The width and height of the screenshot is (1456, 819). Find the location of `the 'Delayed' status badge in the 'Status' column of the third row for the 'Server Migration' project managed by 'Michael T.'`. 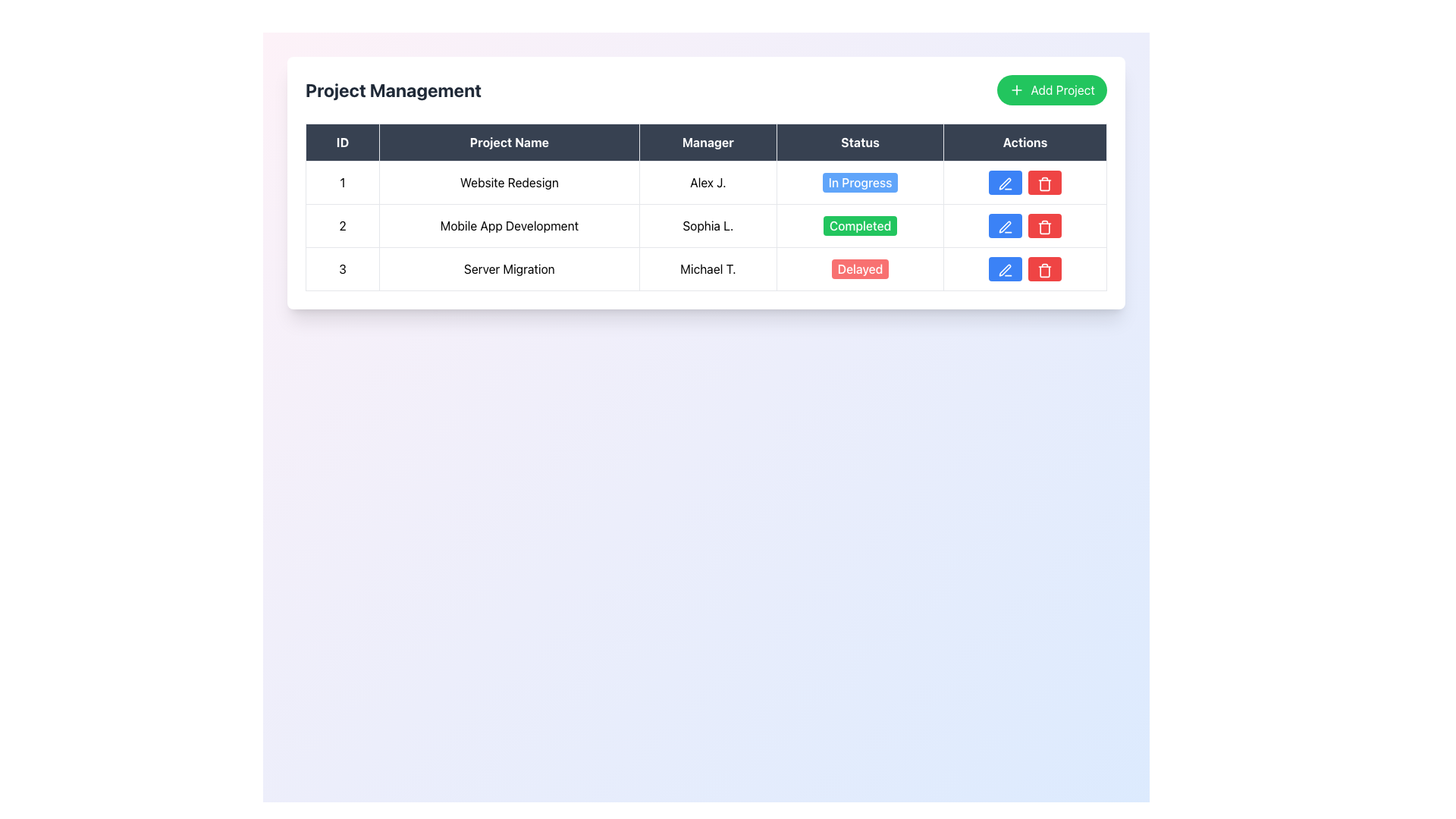

the 'Delayed' status badge in the 'Status' column of the third row for the 'Server Migration' project managed by 'Michael T.' is located at coordinates (860, 268).